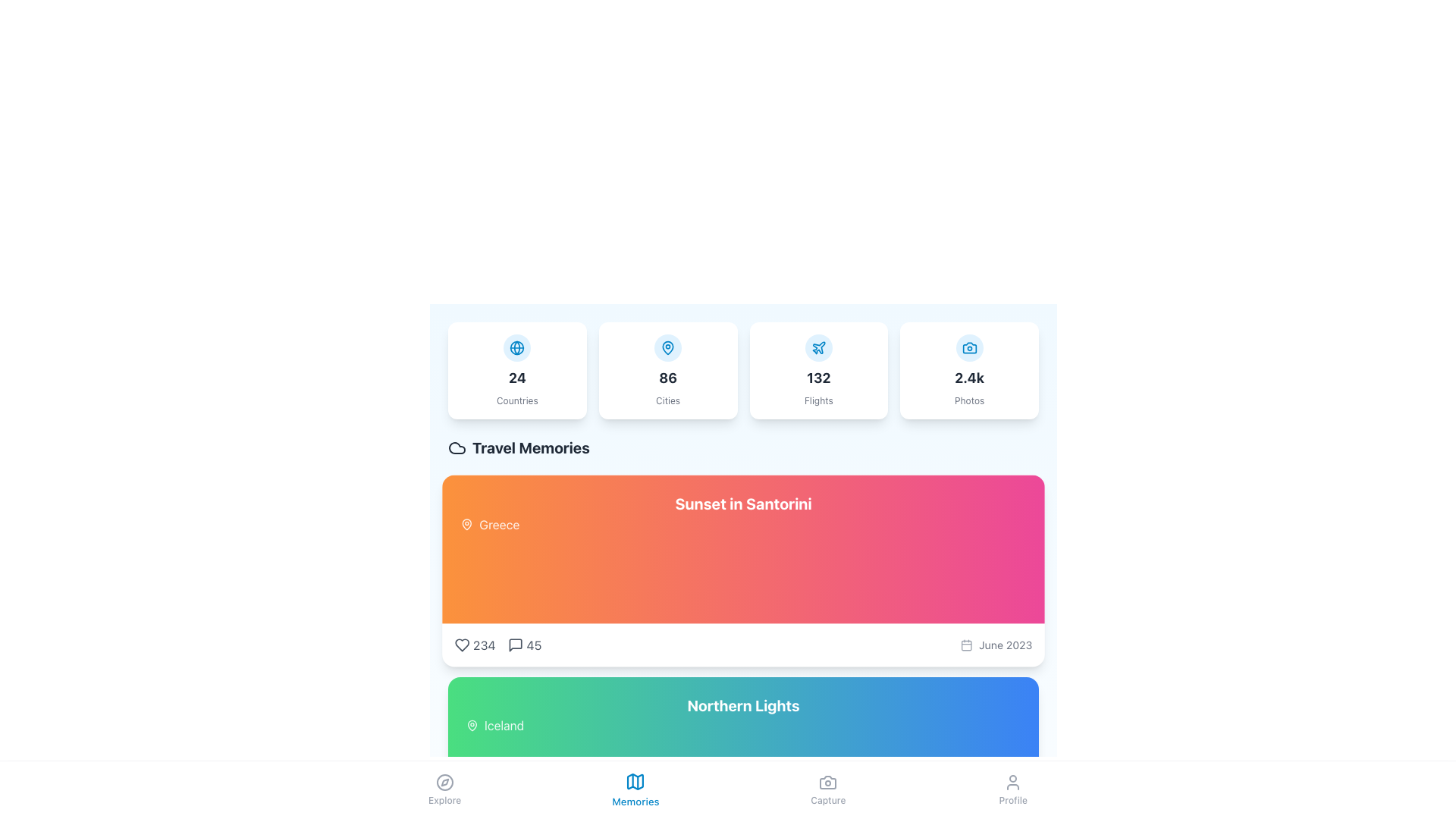 Image resolution: width=1456 pixels, height=819 pixels. What do you see at coordinates (743, 371) in the screenshot?
I see `the informational card displaying the count of 132 flights, which is centrally positioned in the grid layout and is the third card in a row of four` at bounding box center [743, 371].